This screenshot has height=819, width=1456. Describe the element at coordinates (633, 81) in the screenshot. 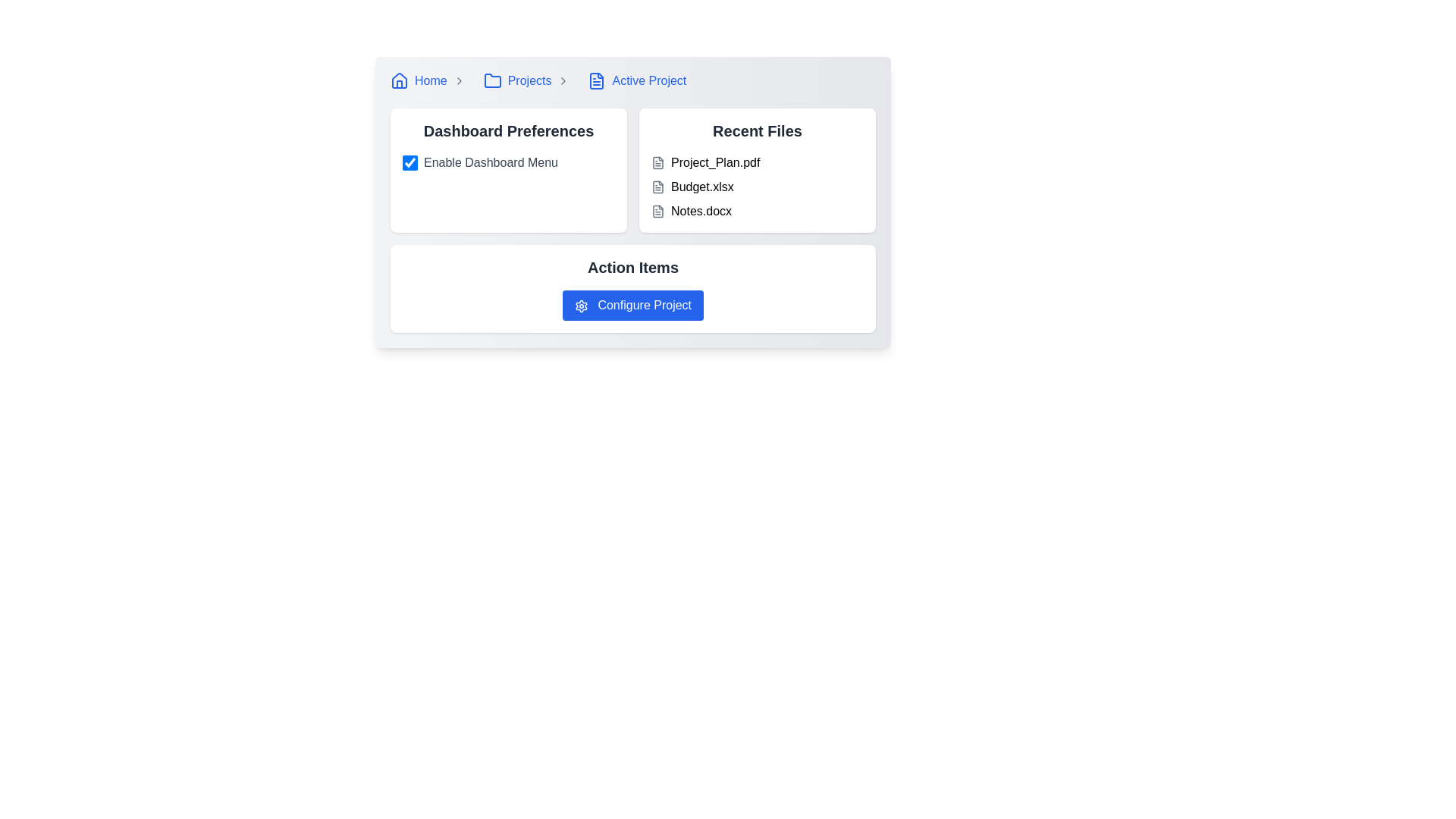

I see `the 'Active Project' step of the Breadcrumb Navigation Bar` at that location.